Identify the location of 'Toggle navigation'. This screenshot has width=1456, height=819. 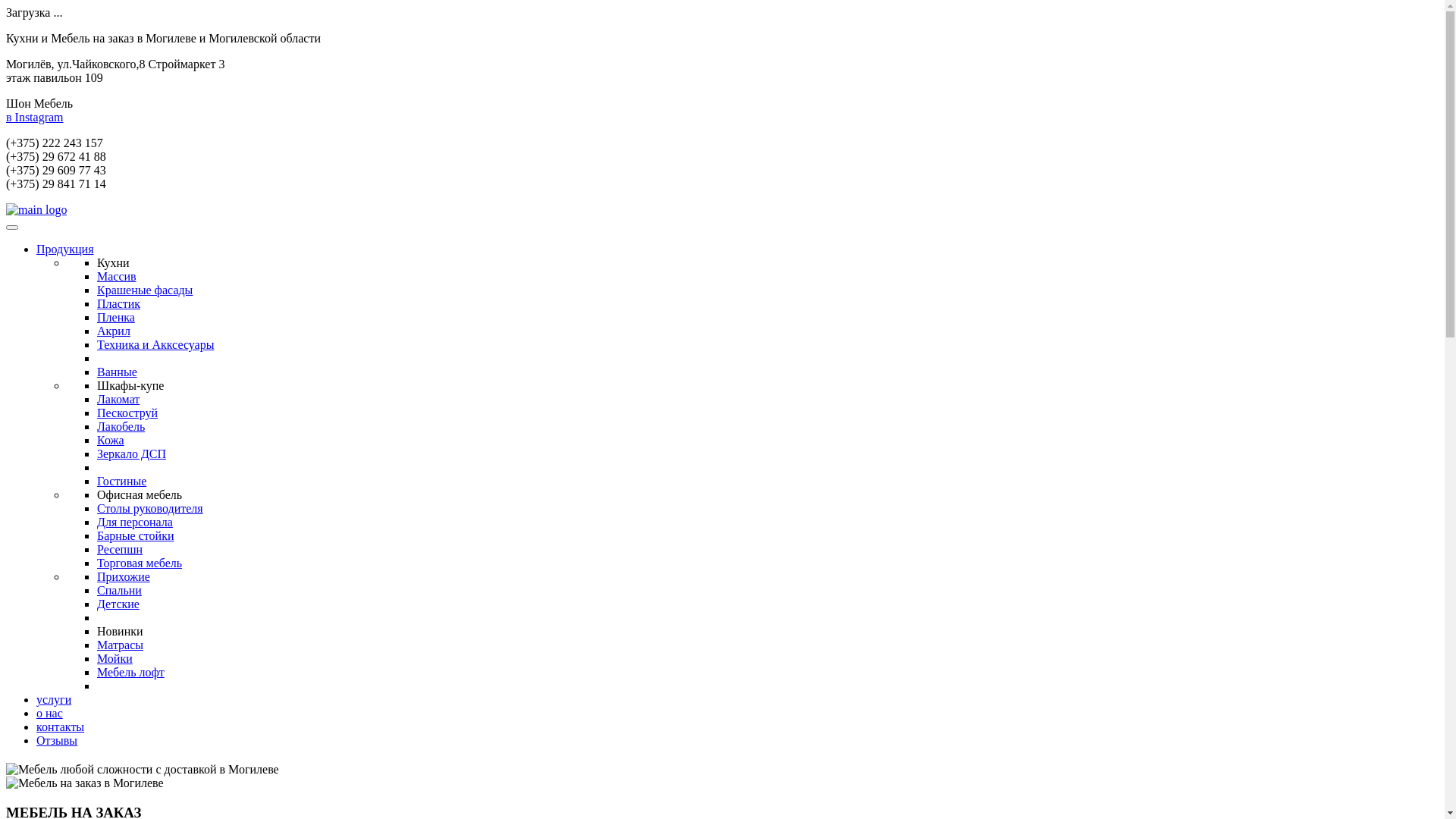
(11, 227).